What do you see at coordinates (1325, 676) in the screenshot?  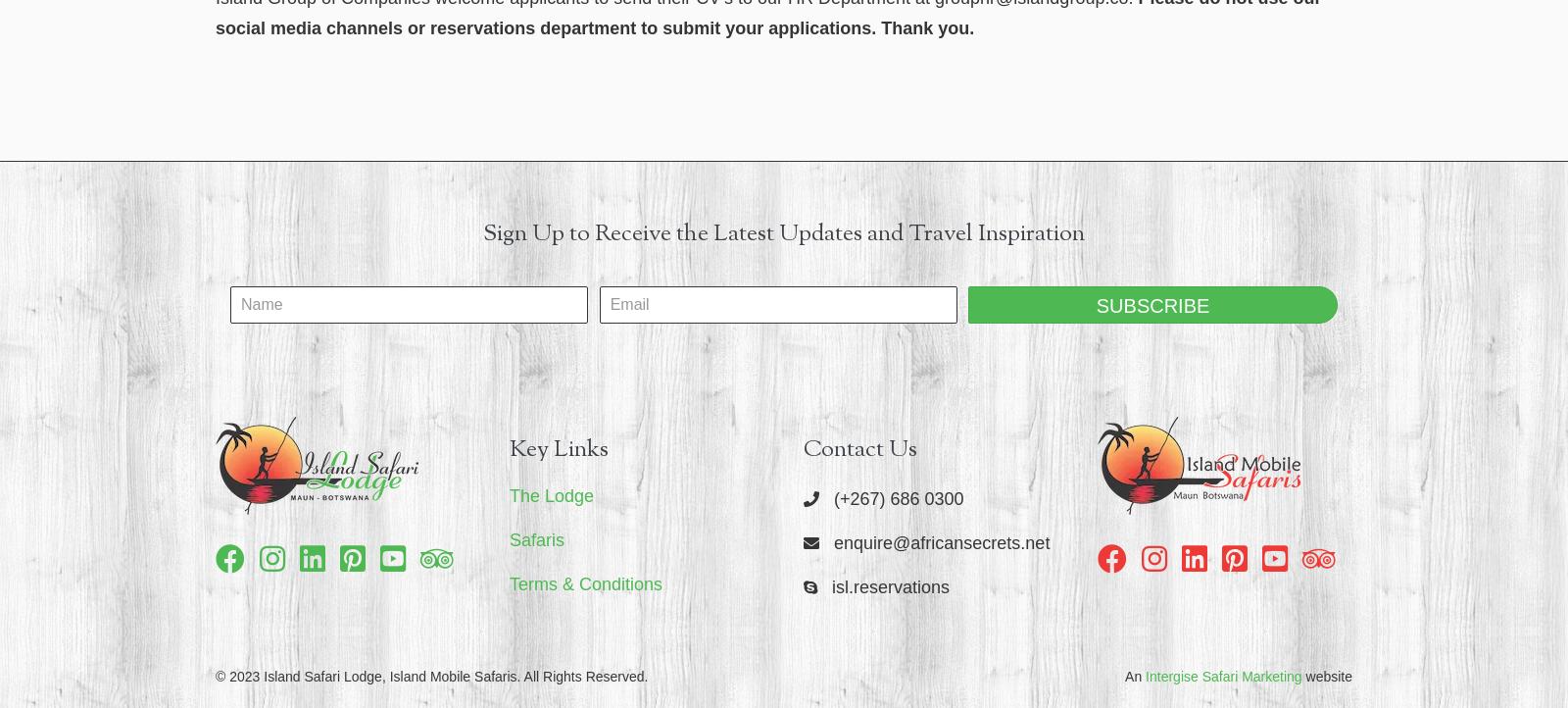 I see `'website'` at bounding box center [1325, 676].